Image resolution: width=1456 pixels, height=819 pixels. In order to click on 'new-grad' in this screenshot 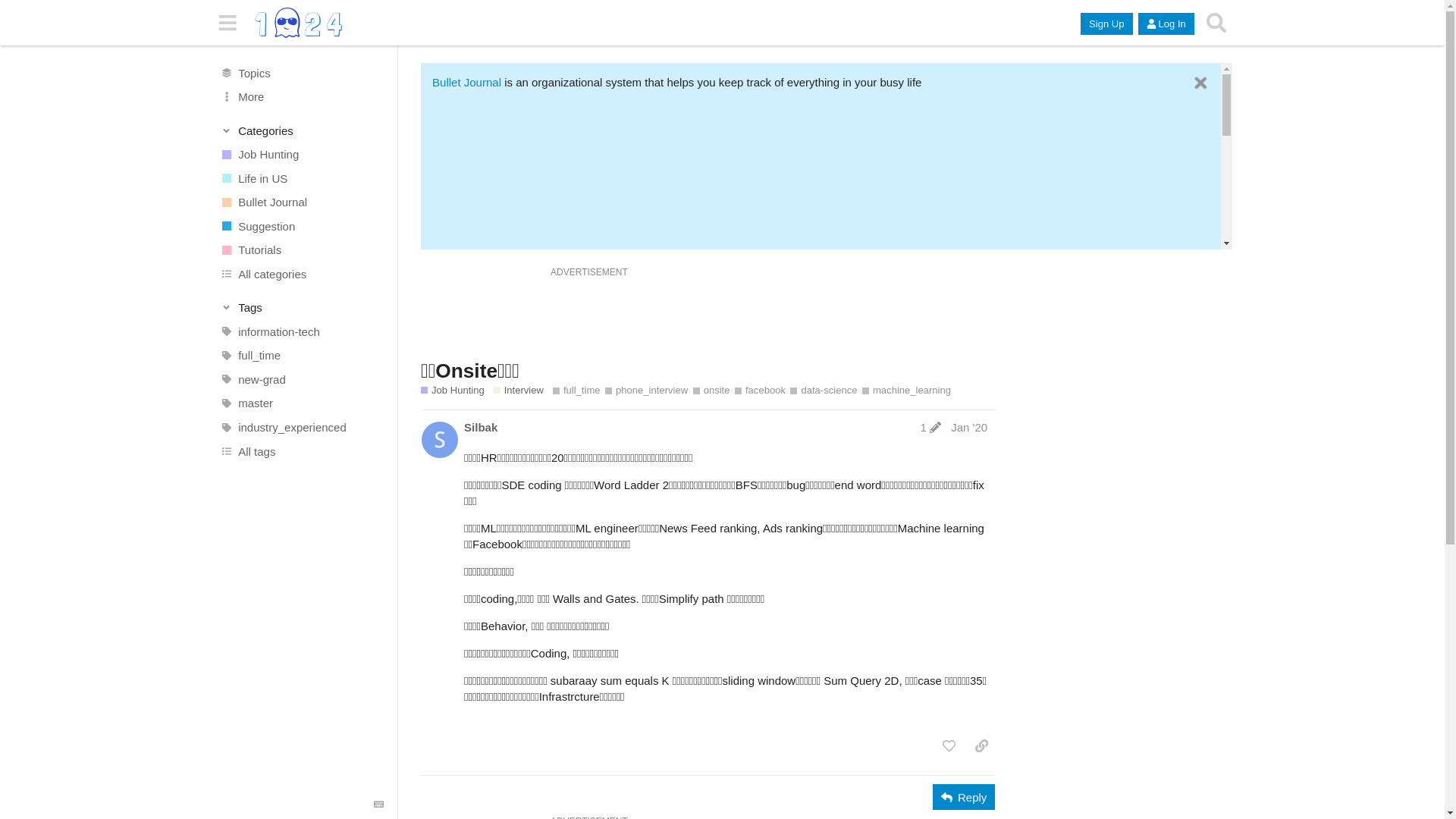, I will do `click(301, 379)`.